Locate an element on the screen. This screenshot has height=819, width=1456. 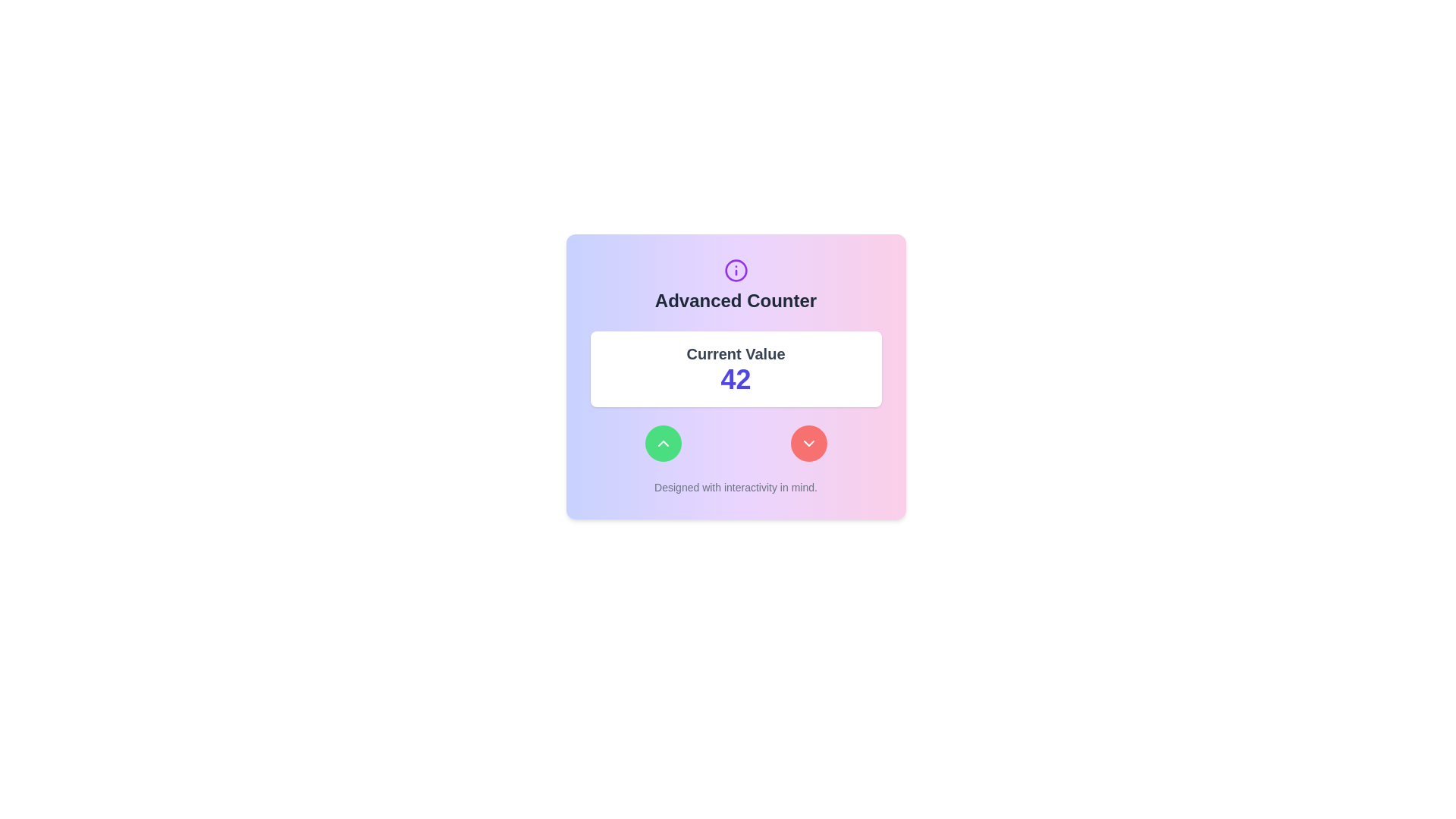
the circular red button with a white downward arrow icon located at the bottom-right of the primary card interface is located at coordinates (808, 444).